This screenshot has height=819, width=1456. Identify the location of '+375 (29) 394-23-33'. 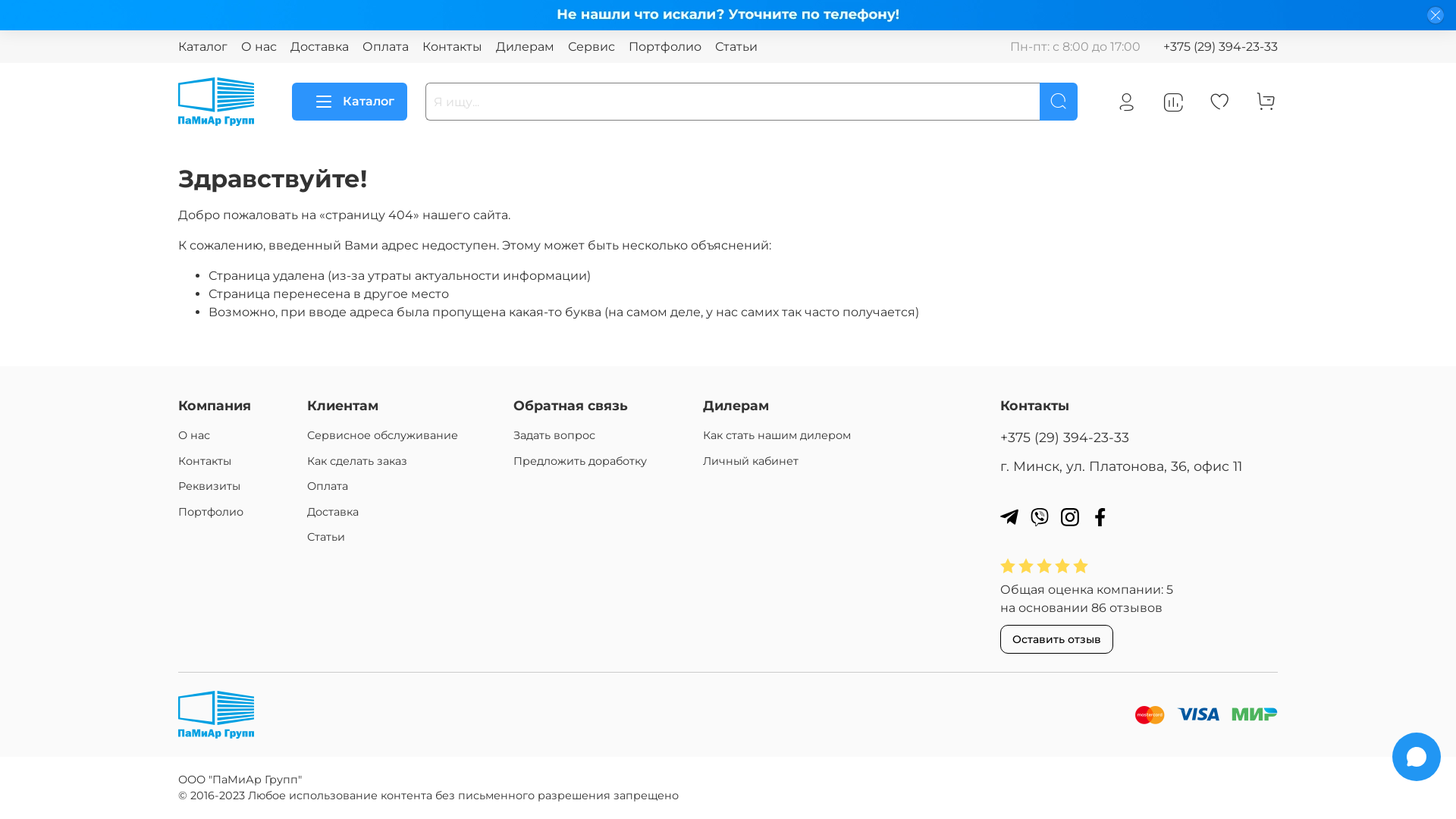
(1220, 45).